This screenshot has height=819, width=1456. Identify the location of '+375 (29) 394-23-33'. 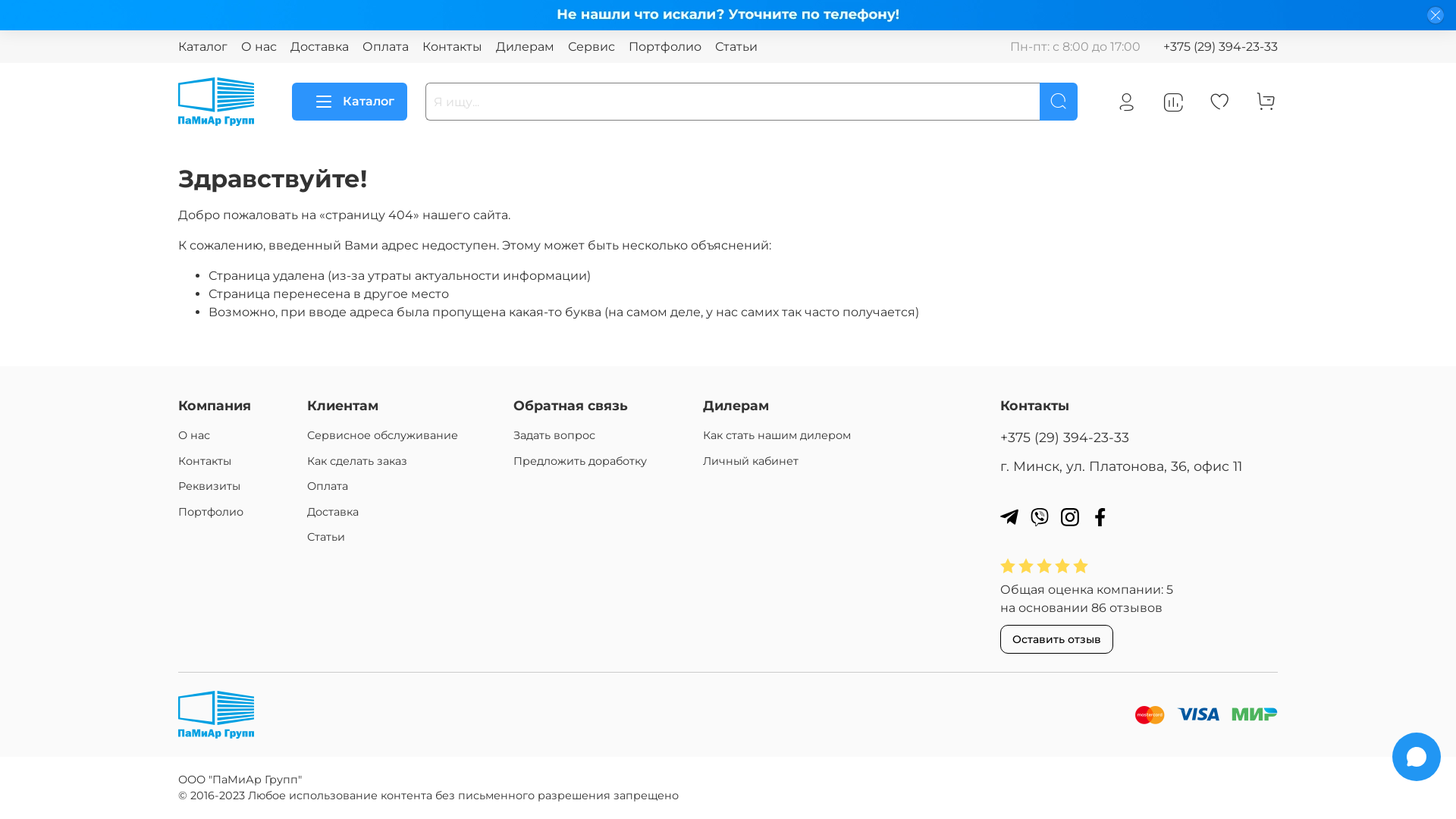
(1220, 45).